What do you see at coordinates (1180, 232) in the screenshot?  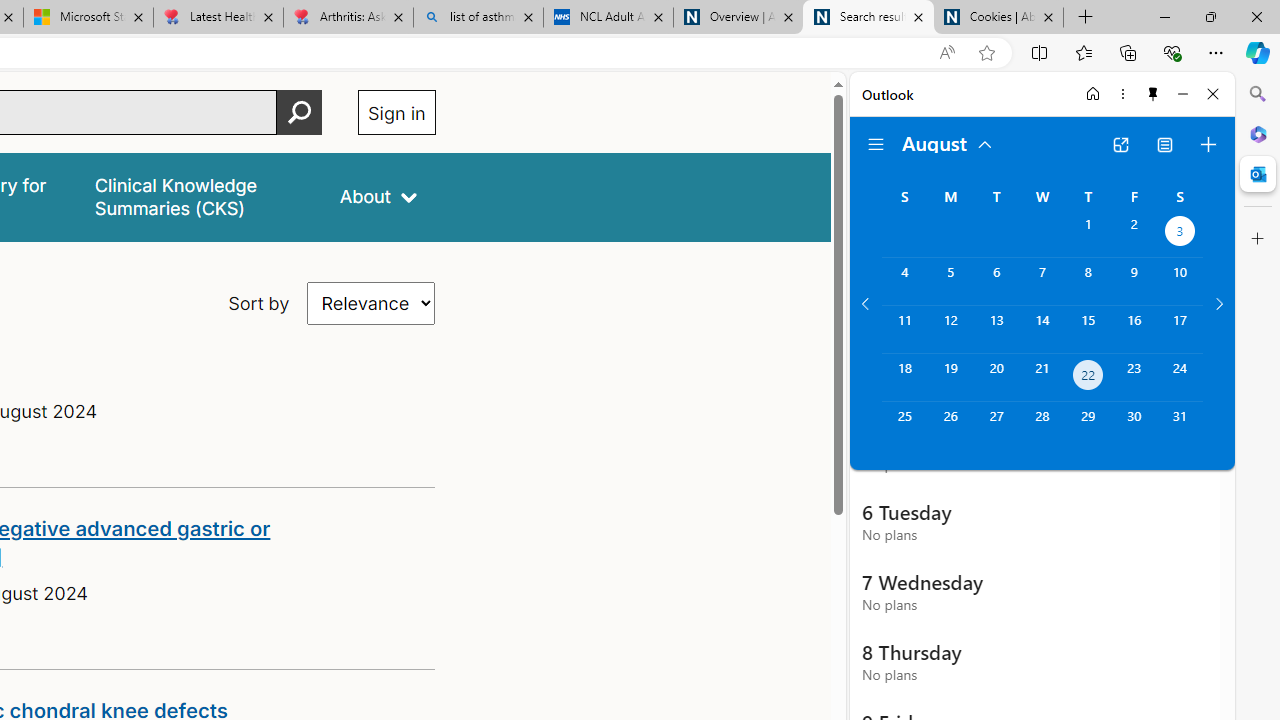 I see `'Saturday, August 3, 2024. Date selected. '` at bounding box center [1180, 232].